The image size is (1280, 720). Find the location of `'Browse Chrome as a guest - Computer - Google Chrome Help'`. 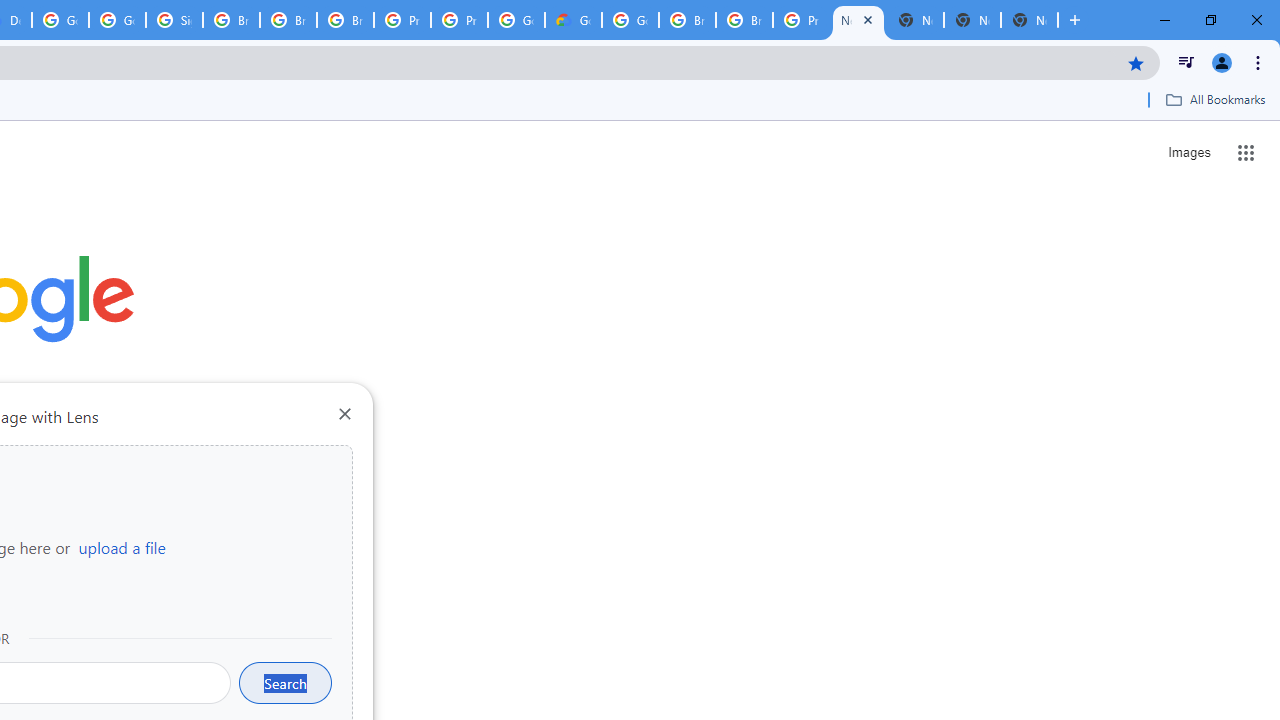

'Browse Chrome as a guest - Computer - Google Chrome Help' is located at coordinates (231, 20).